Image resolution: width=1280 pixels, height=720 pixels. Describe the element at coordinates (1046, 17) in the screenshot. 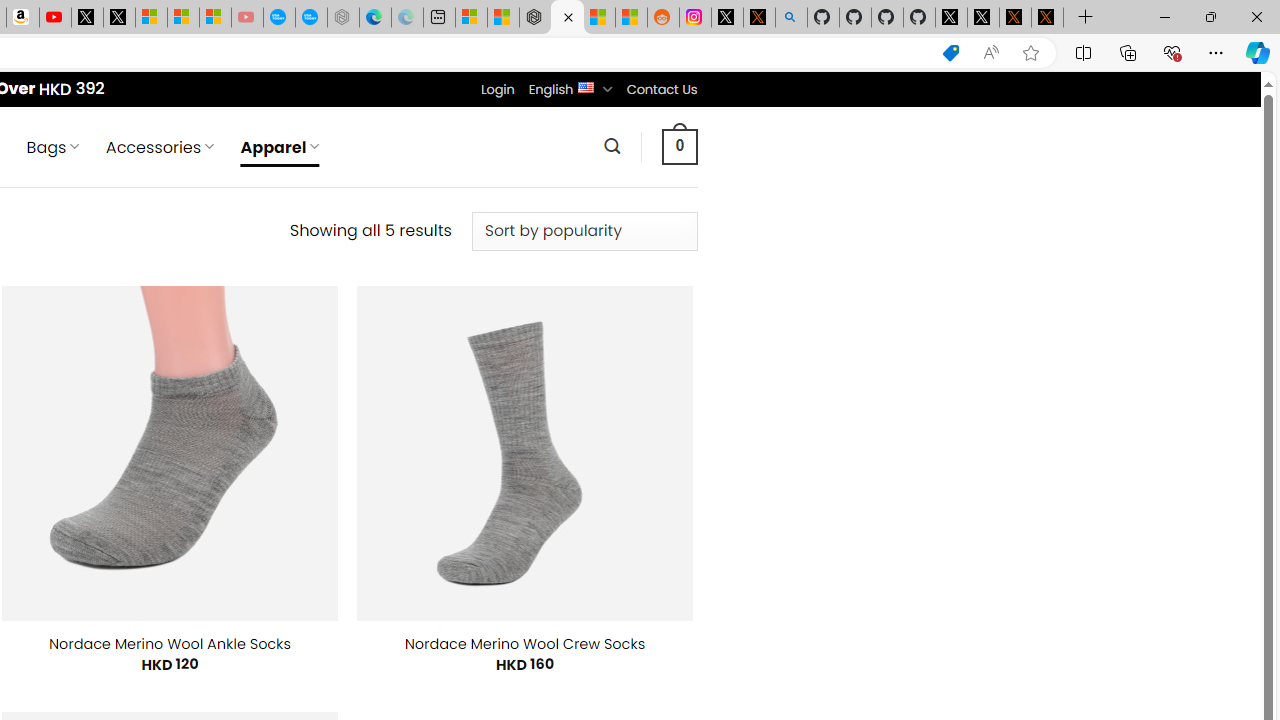

I see `'X Privacy Policy'` at that location.